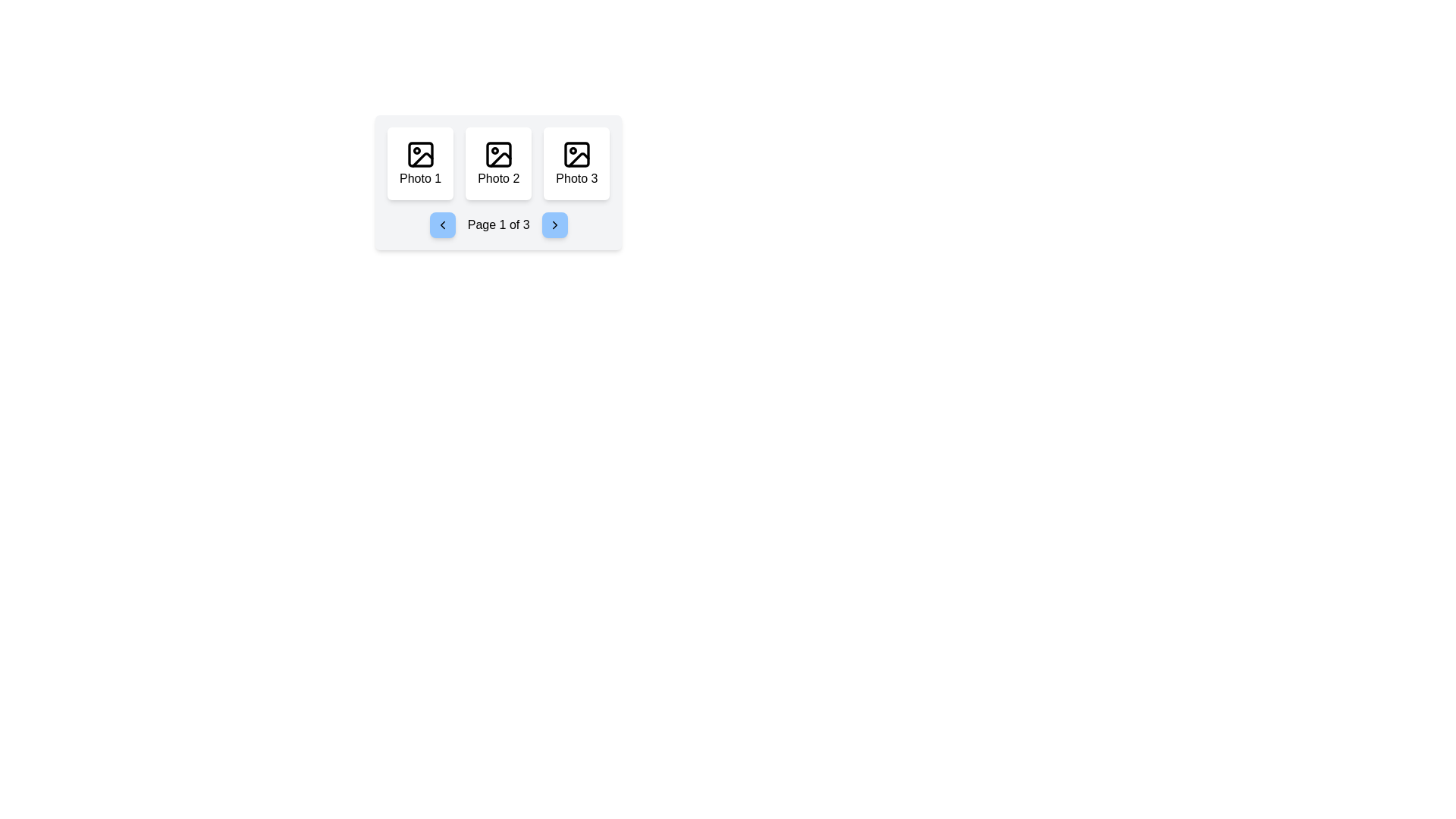 Image resolution: width=1456 pixels, height=819 pixels. What do you see at coordinates (498, 155) in the screenshot?
I see `the graphic component (rounded rectangle) within the button labeled 'Photo 2', which is the second button in a group of three horizontally aligned buttons` at bounding box center [498, 155].